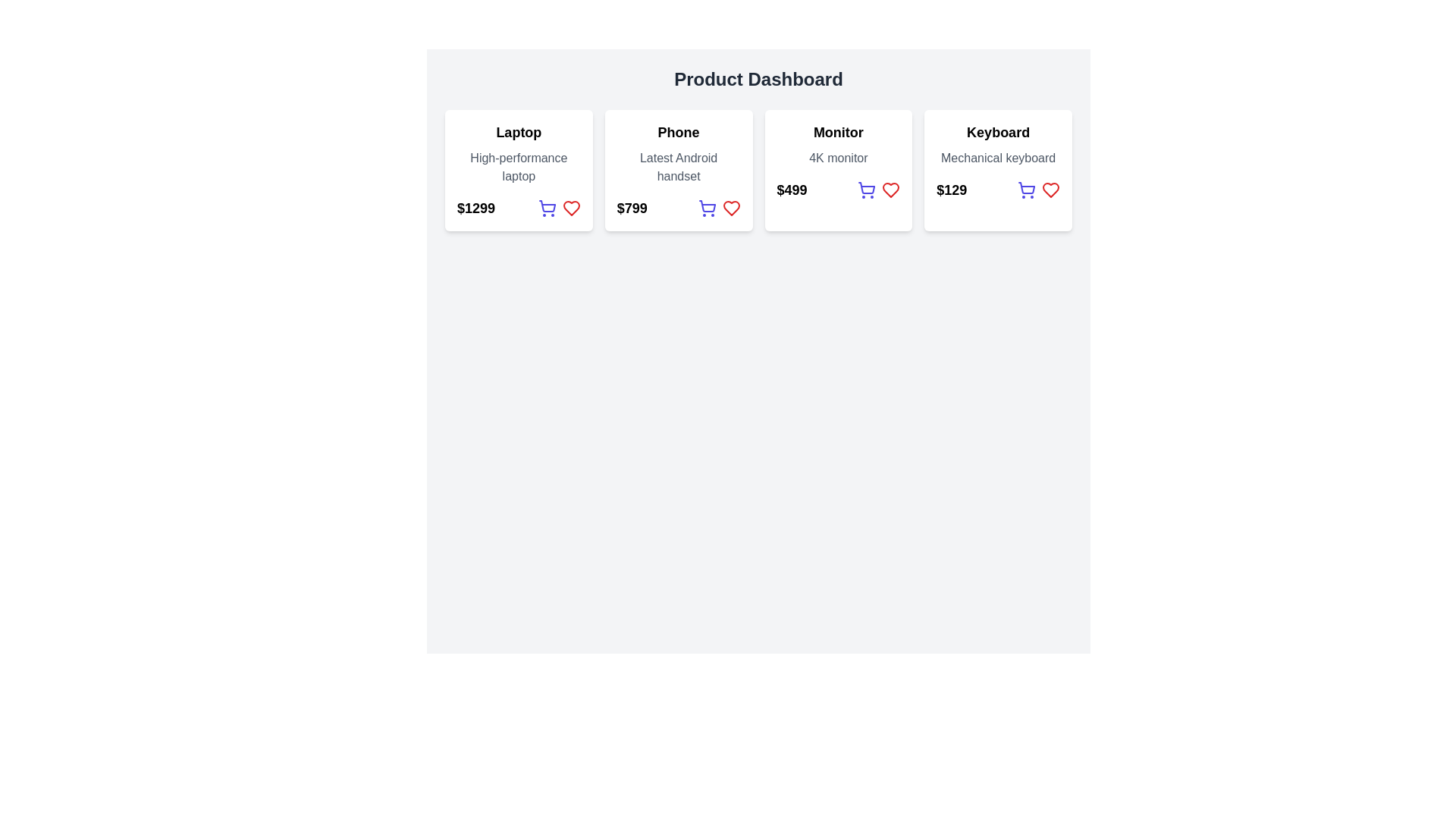  Describe the element at coordinates (951, 189) in the screenshot. I see `the price text element displaying the product cost ($129) located in the lower section of the 'Keyboard' product card` at that location.